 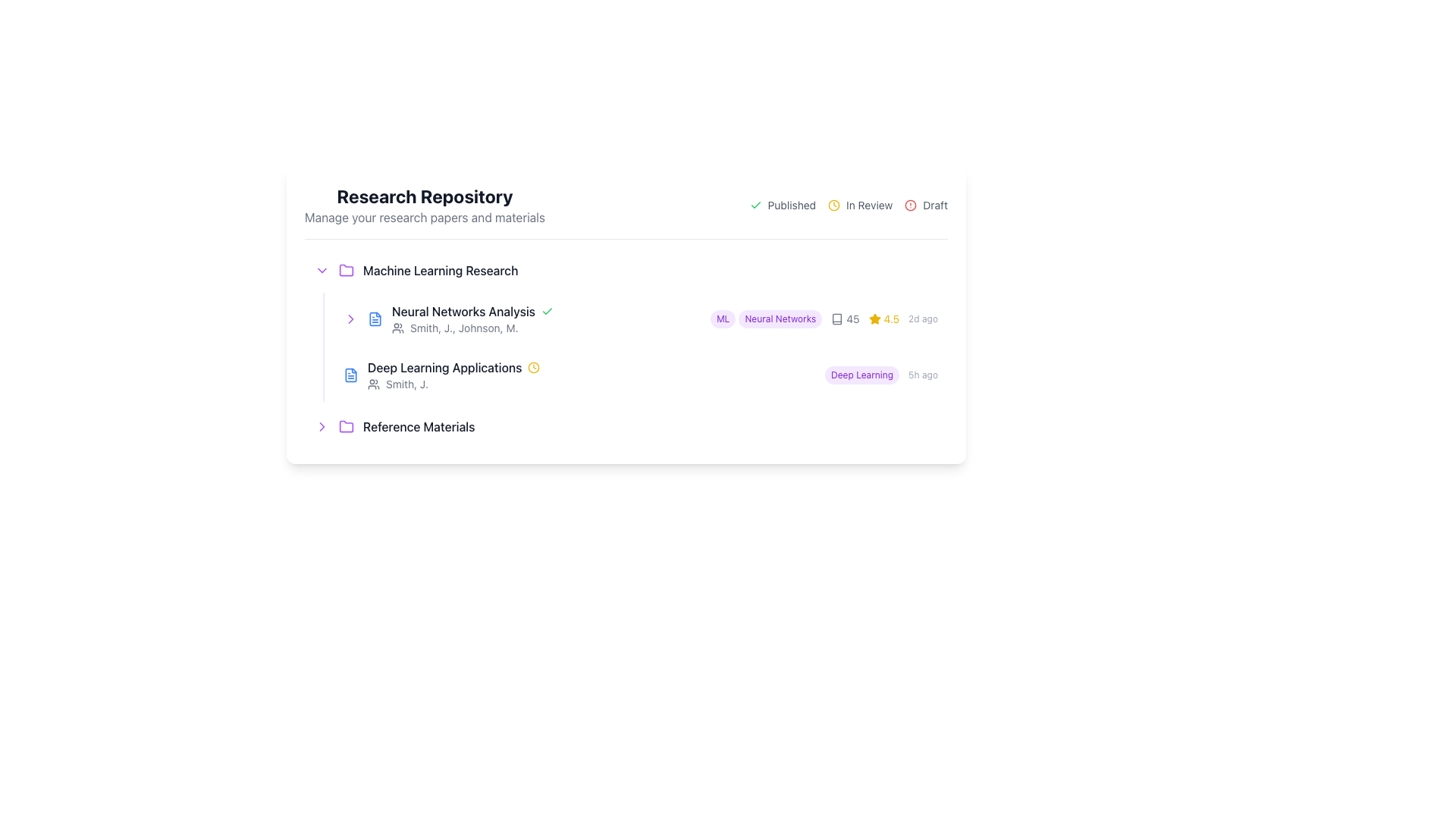 What do you see at coordinates (350, 375) in the screenshot?
I see `the document icon located at the leftmost side of the list item labeled 'Deep Learning Applications, Smith, J.' in the 'Research Repository'` at bounding box center [350, 375].